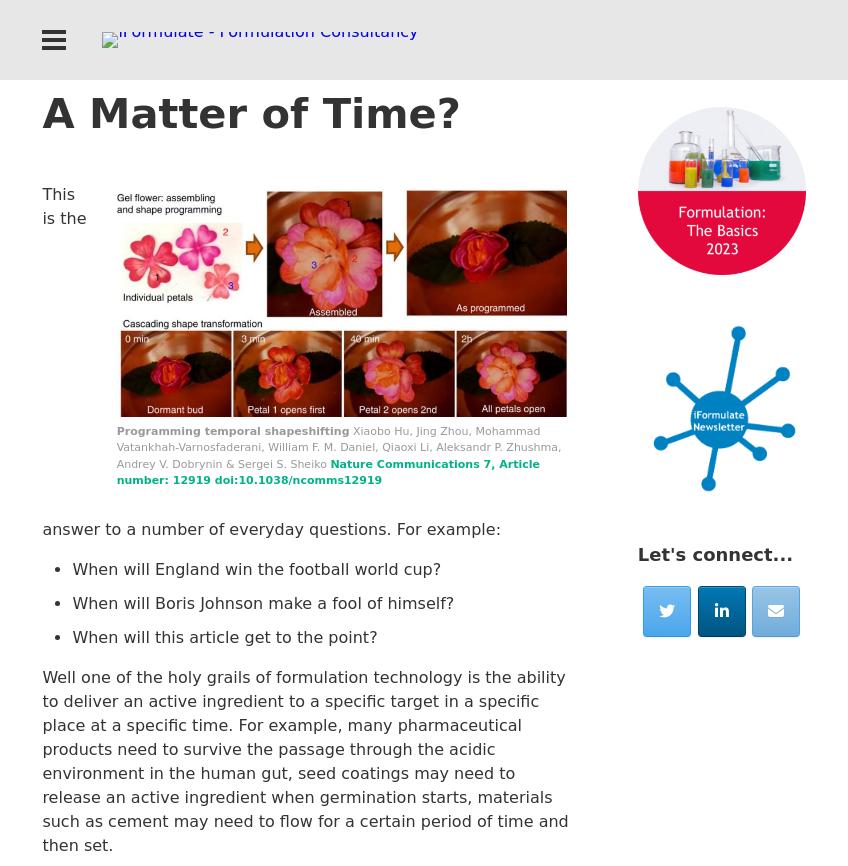  I want to click on 'Well one of the holy grails of formulation technology is the ability to deliver an active ingredient to a specific target in a specific place at a specific time. For example, many pharmaceutical products need to survive the passage through the acidic environment in the human gut, seed coatings may need to release an active ingredient when germination starts, materials such as cement may need to flow for a certain period of time and then set.', so click(305, 759).